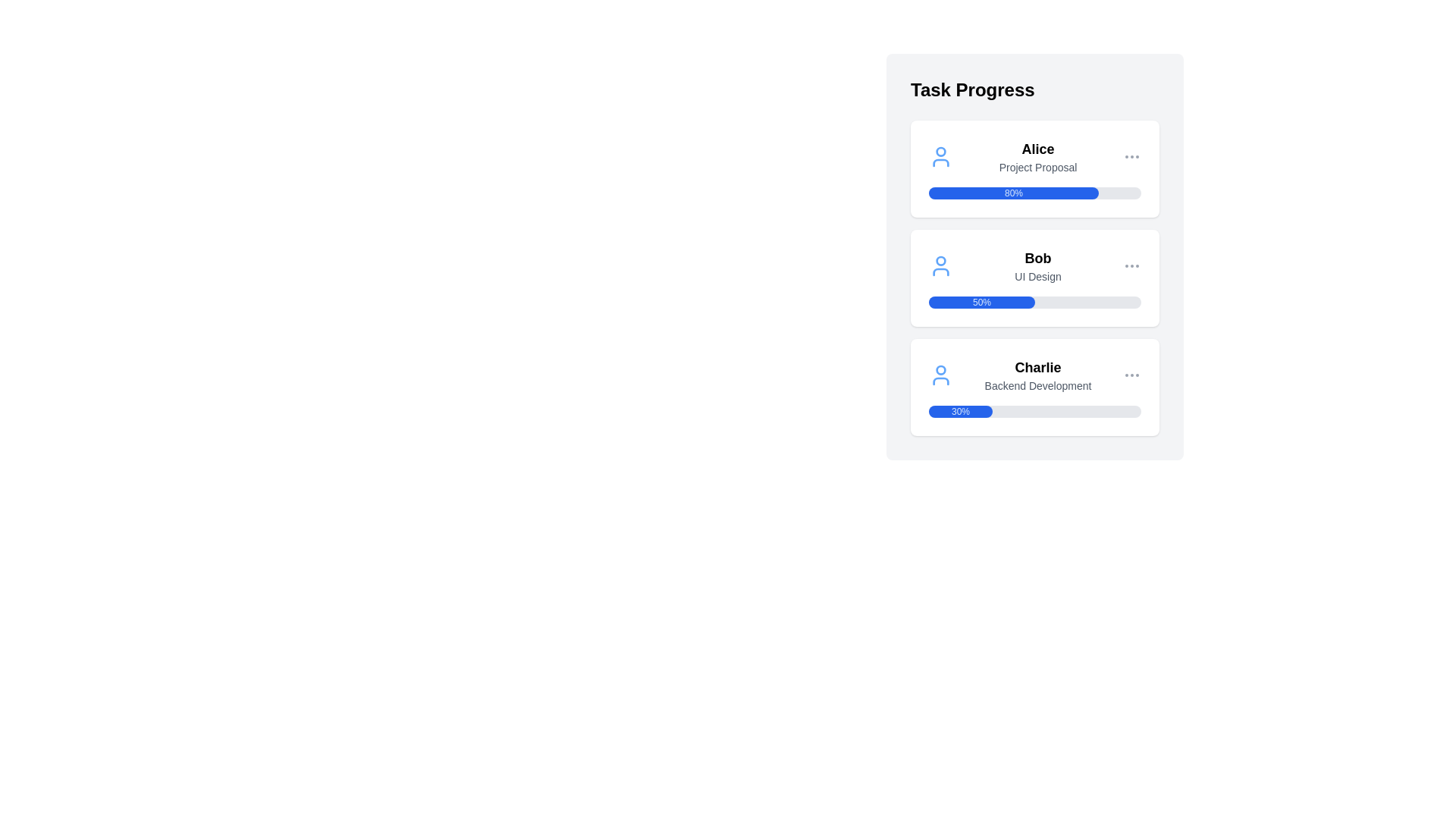  What do you see at coordinates (1034, 278) in the screenshot?
I see `the second box in the grouped component that contains the title 'Bob', which visually represents task progress` at bounding box center [1034, 278].